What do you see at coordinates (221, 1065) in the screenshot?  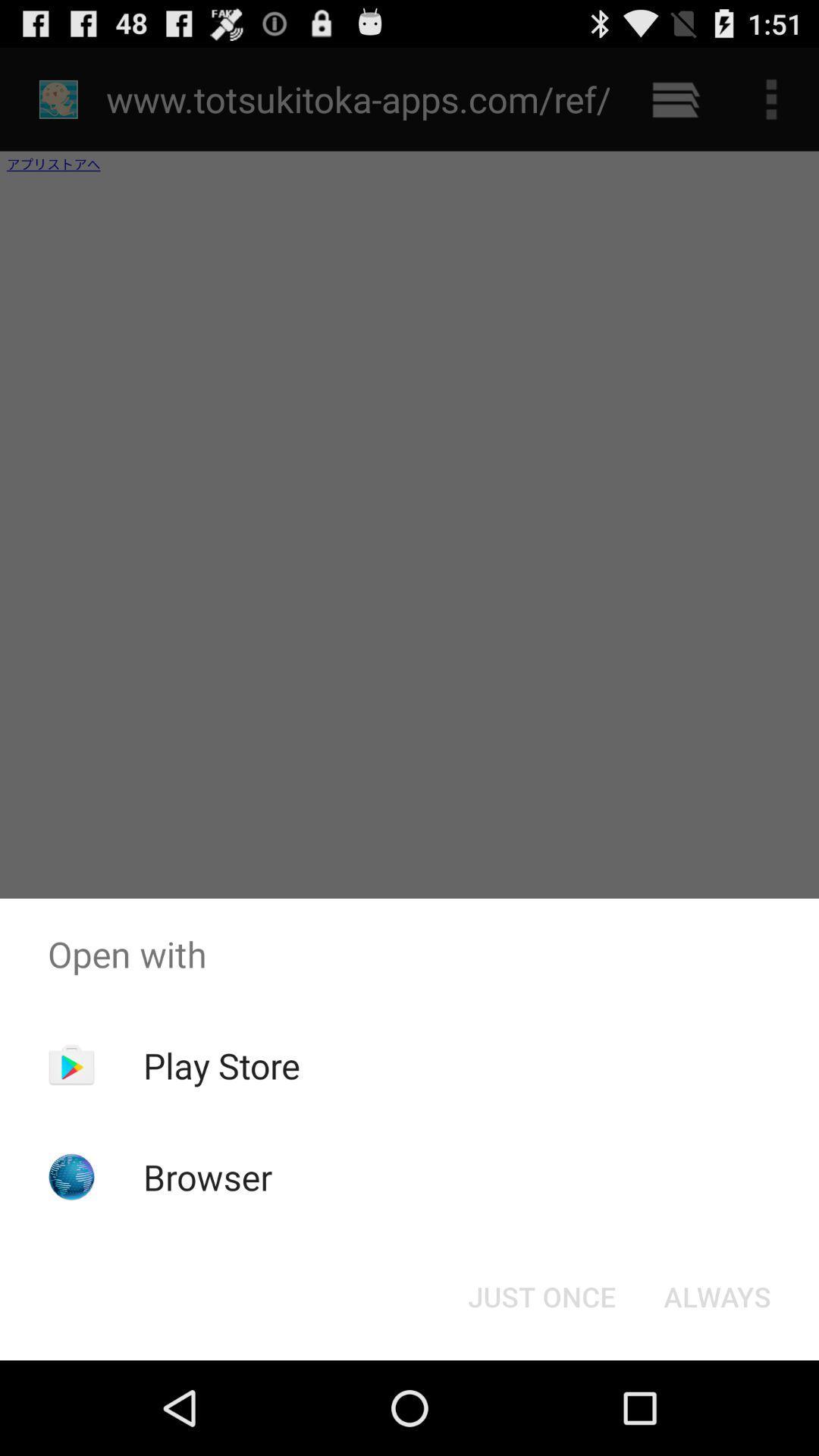 I see `play store item` at bounding box center [221, 1065].